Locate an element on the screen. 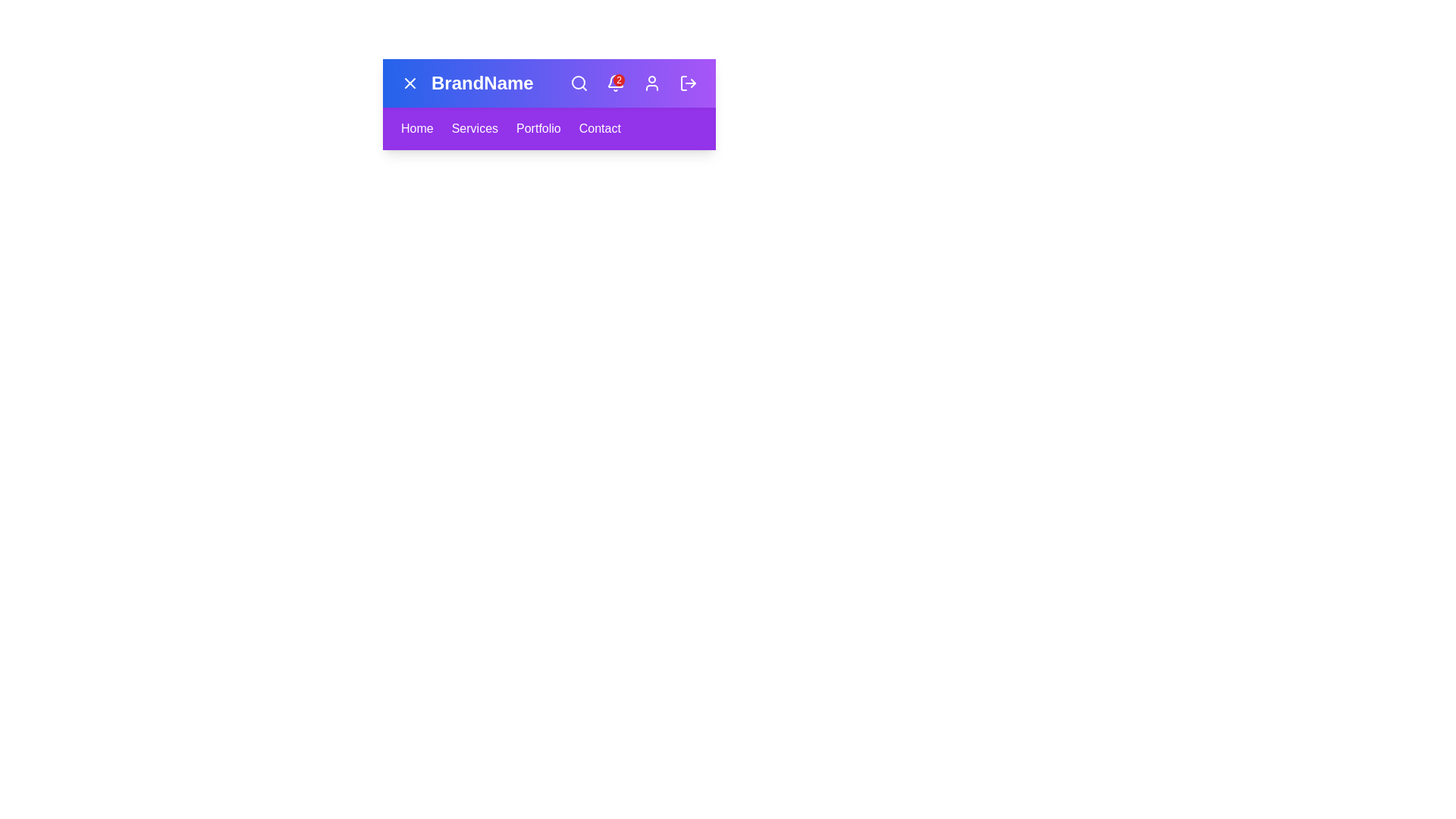  the circular lens of the magnifying glass icon located in the top navigation bar, which represents search functionality is located at coordinates (578, 82).